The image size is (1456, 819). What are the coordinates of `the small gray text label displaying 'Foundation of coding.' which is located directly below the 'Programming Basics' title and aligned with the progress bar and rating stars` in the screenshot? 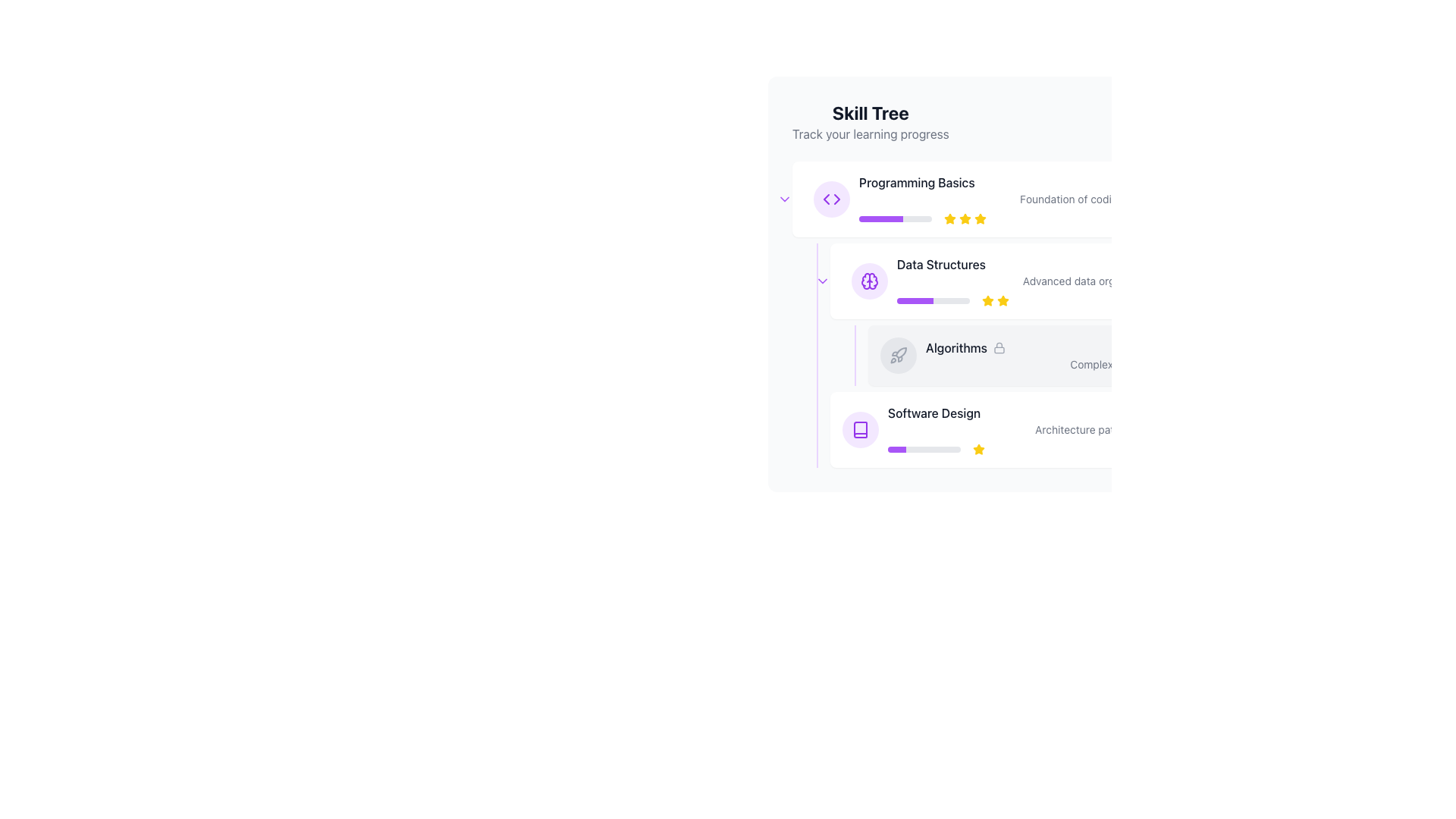 It's located at (1071, 198).